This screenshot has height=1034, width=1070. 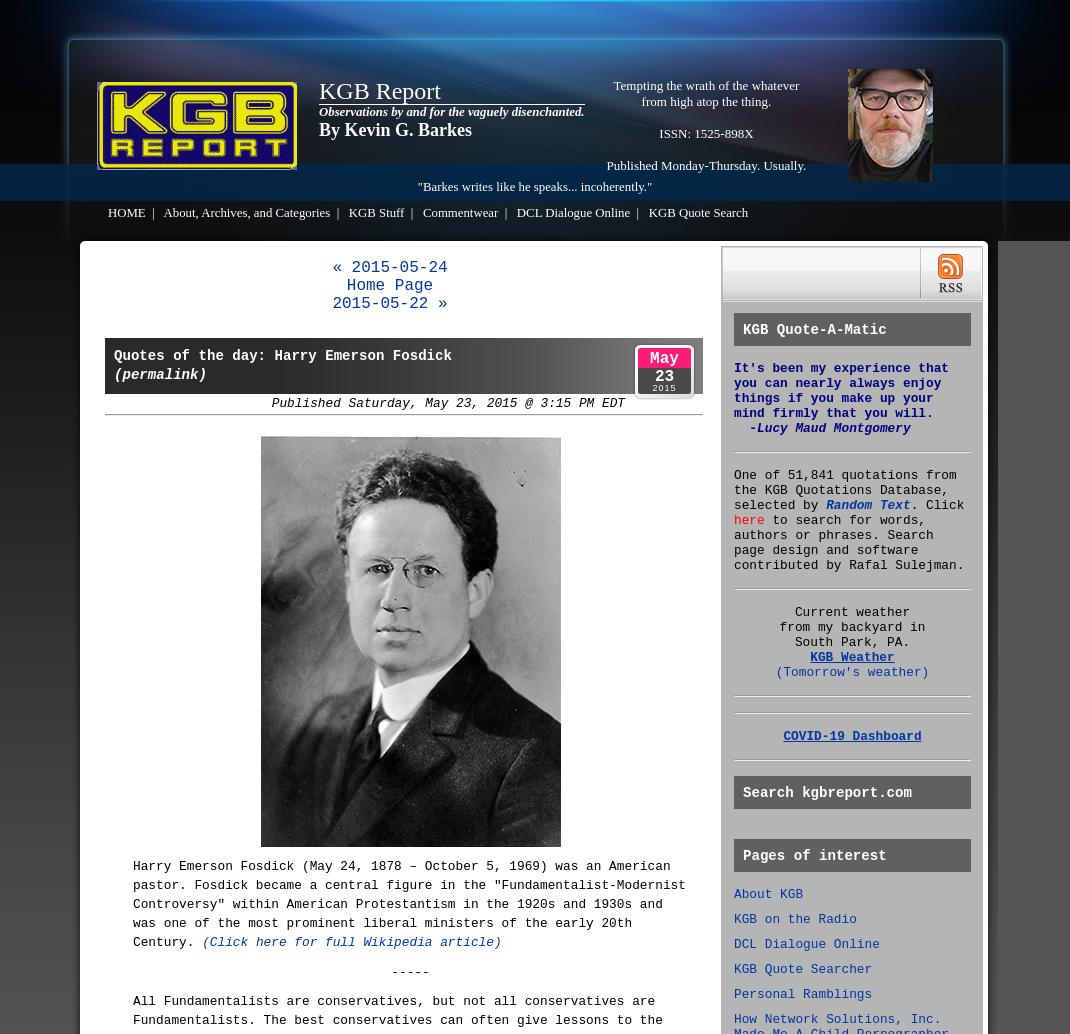 I want to click on 'About KGB', so click(x=767, y=893).